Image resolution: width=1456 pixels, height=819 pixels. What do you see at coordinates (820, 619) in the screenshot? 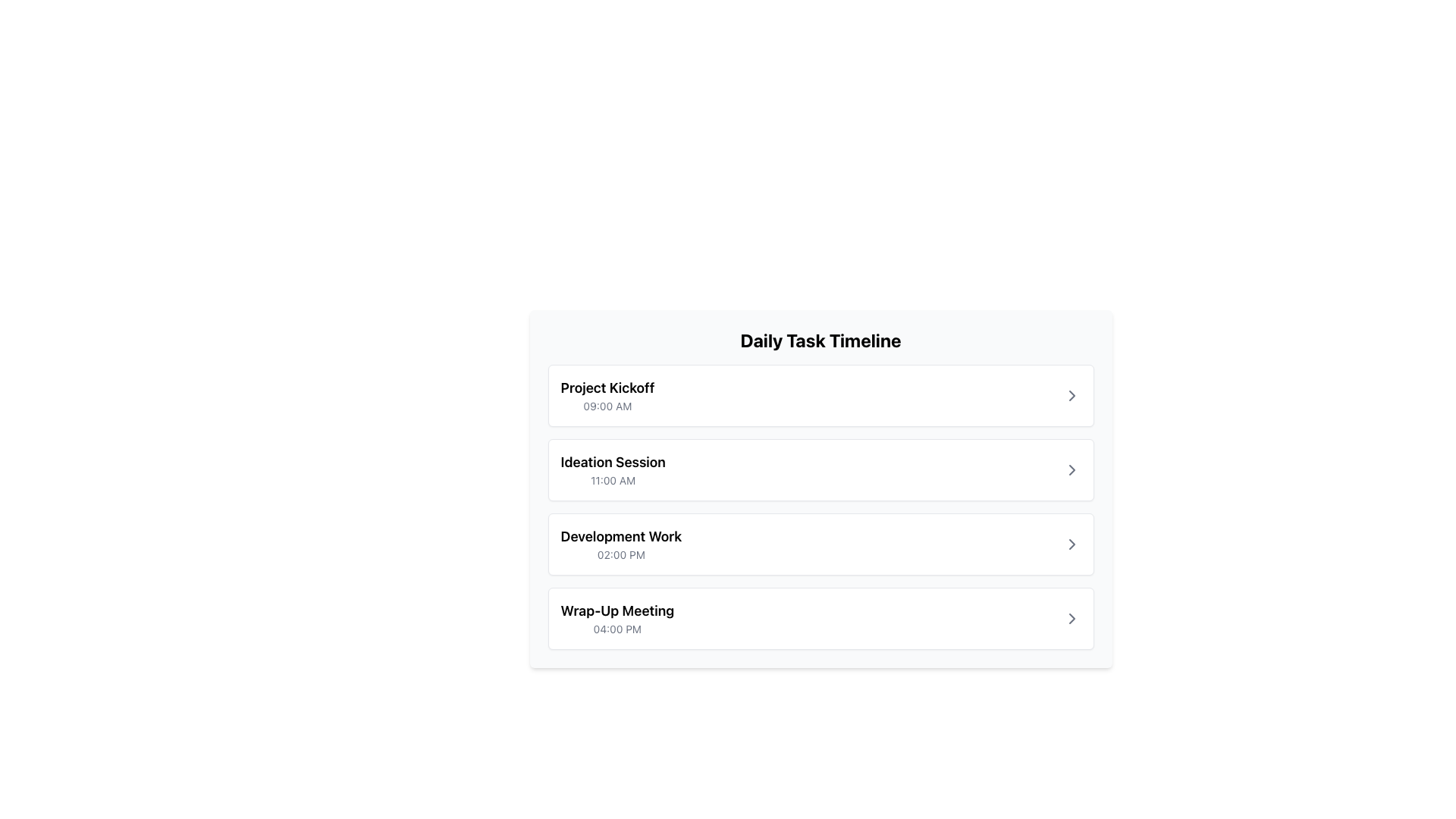
I see `the fourth list item in the 'Daily Task Timeline' labeled 'Wrap-Up Meeting' scheduled for '04:00 PM'` at bounding box center [820, 619].